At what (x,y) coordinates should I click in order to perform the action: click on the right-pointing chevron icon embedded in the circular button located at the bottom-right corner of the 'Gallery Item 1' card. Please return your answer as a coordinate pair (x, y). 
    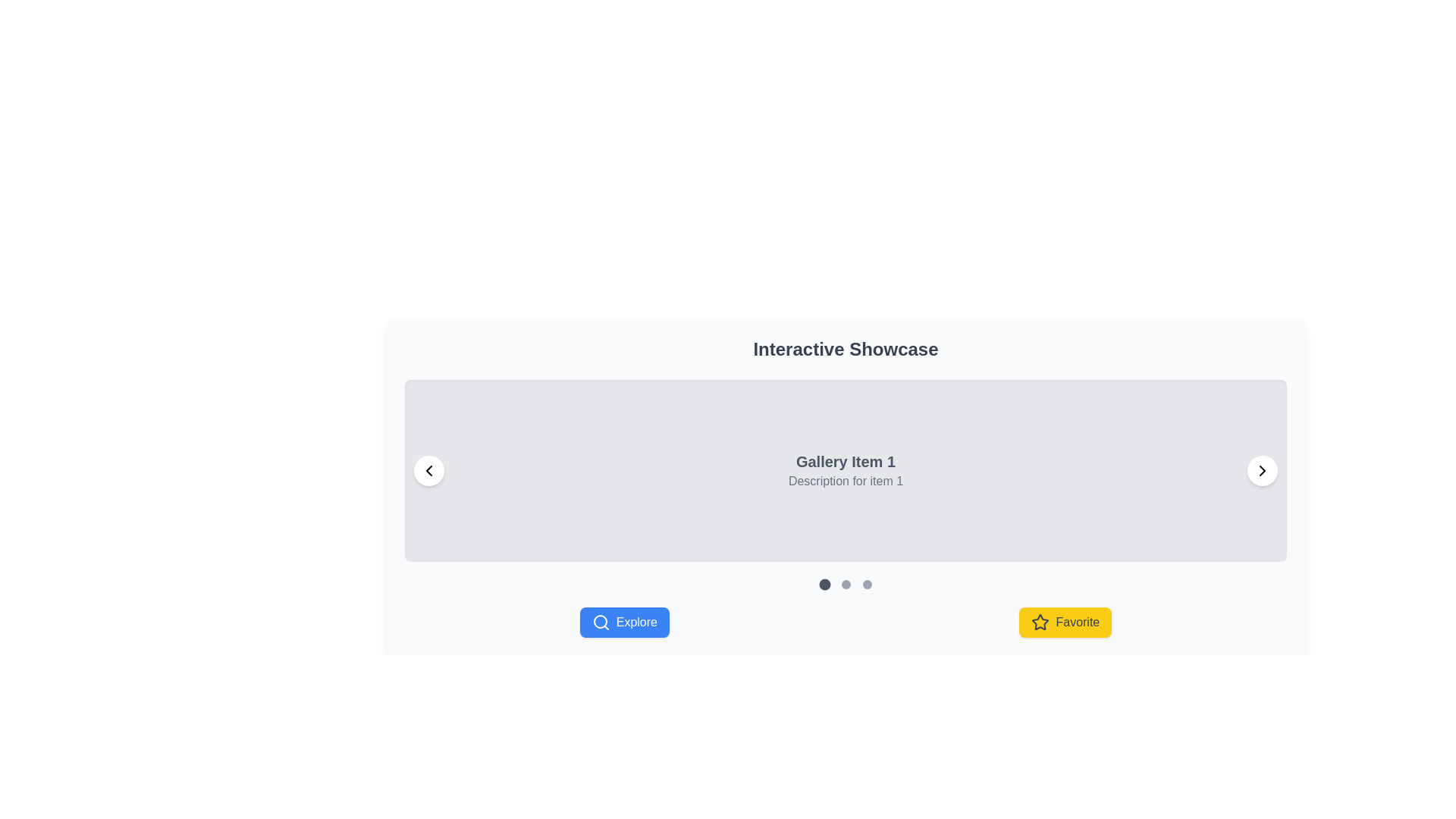
    Looking at the image, I should click on (1263, 470).